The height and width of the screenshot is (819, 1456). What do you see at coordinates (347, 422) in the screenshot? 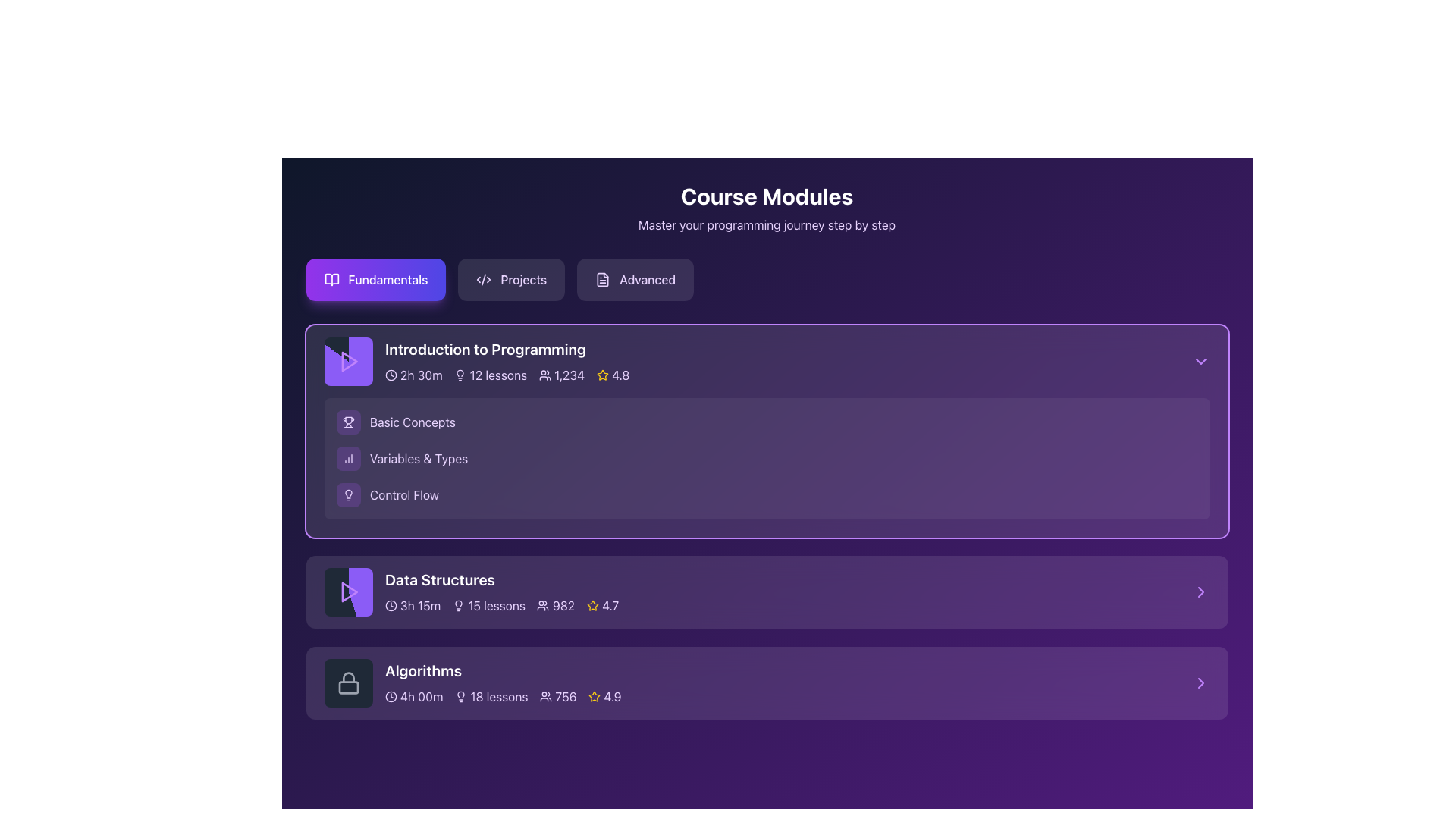
I see `the trophy icon representing 'Basic Concepts', located to the left of the text labeled 'Basic Concepts' within the 'Introduction to Programming' module card` at bounding box center [347, 422].